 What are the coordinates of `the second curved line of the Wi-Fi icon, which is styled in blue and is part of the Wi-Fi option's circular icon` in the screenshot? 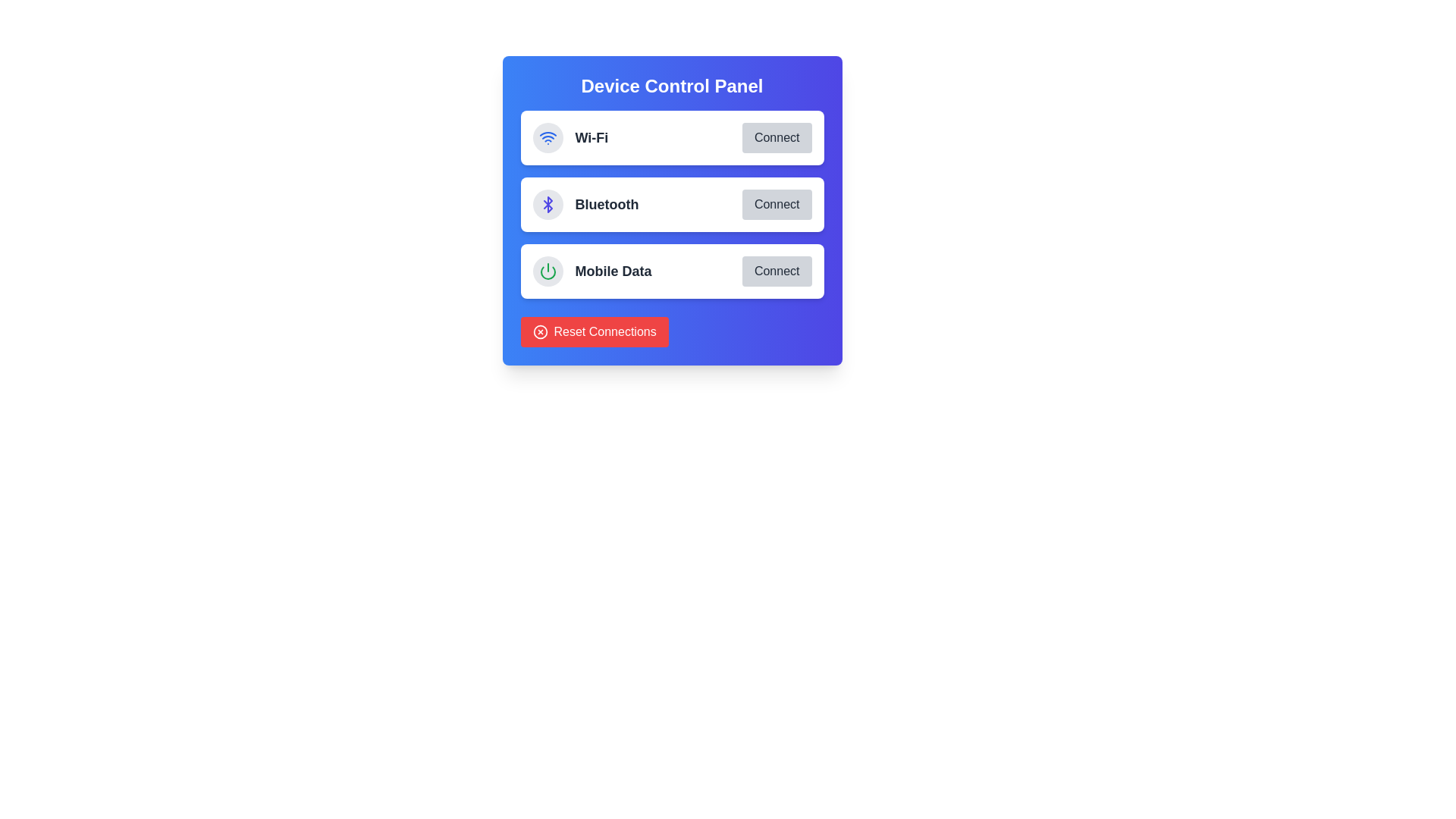 It's located at (547, 133).